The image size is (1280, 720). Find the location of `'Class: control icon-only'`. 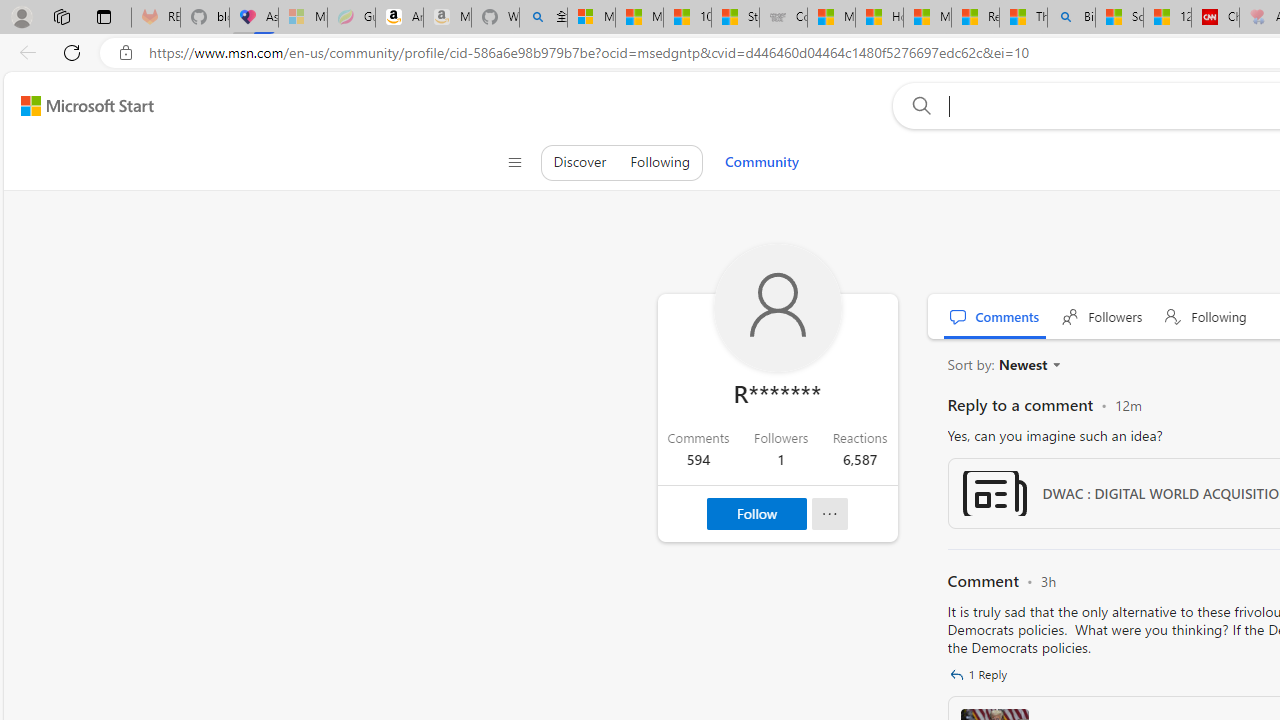

'Class: control icon-only' is located at coordinates (514, 162).